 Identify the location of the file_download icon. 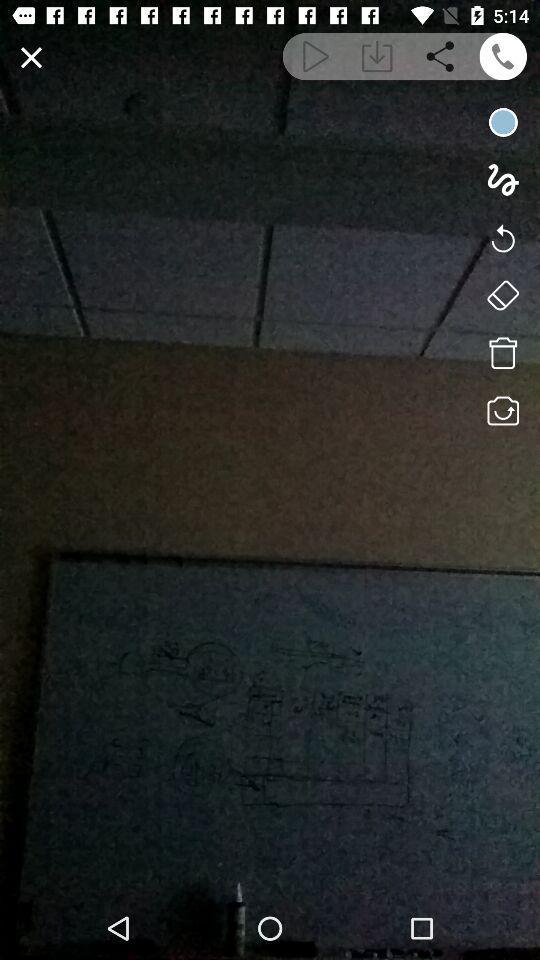
(377, 55).